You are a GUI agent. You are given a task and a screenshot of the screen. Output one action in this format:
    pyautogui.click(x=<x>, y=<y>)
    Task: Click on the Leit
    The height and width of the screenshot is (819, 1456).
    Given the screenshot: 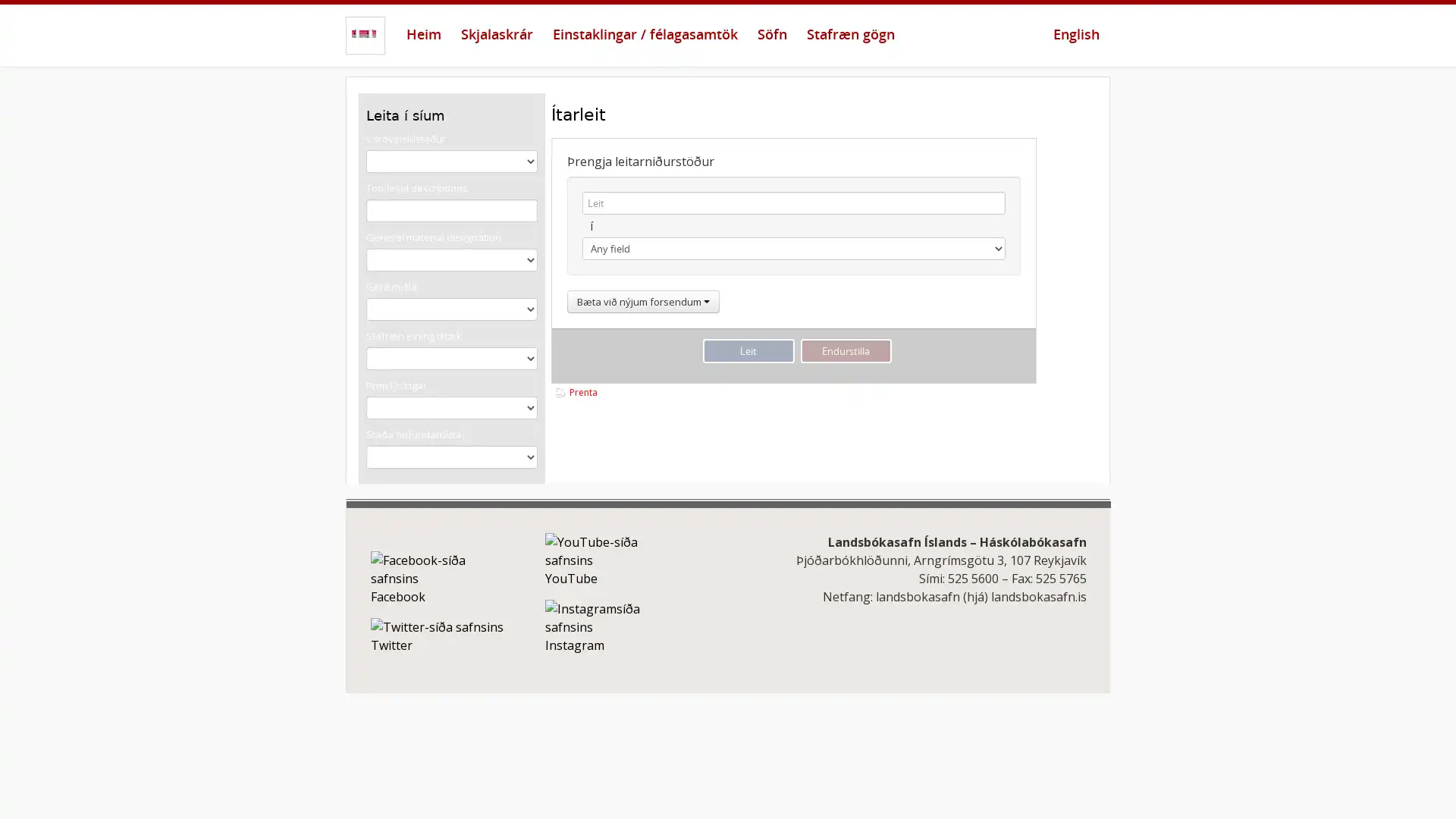 What is the action you would take?
    pyautogui.click(x=748, y=350)
    